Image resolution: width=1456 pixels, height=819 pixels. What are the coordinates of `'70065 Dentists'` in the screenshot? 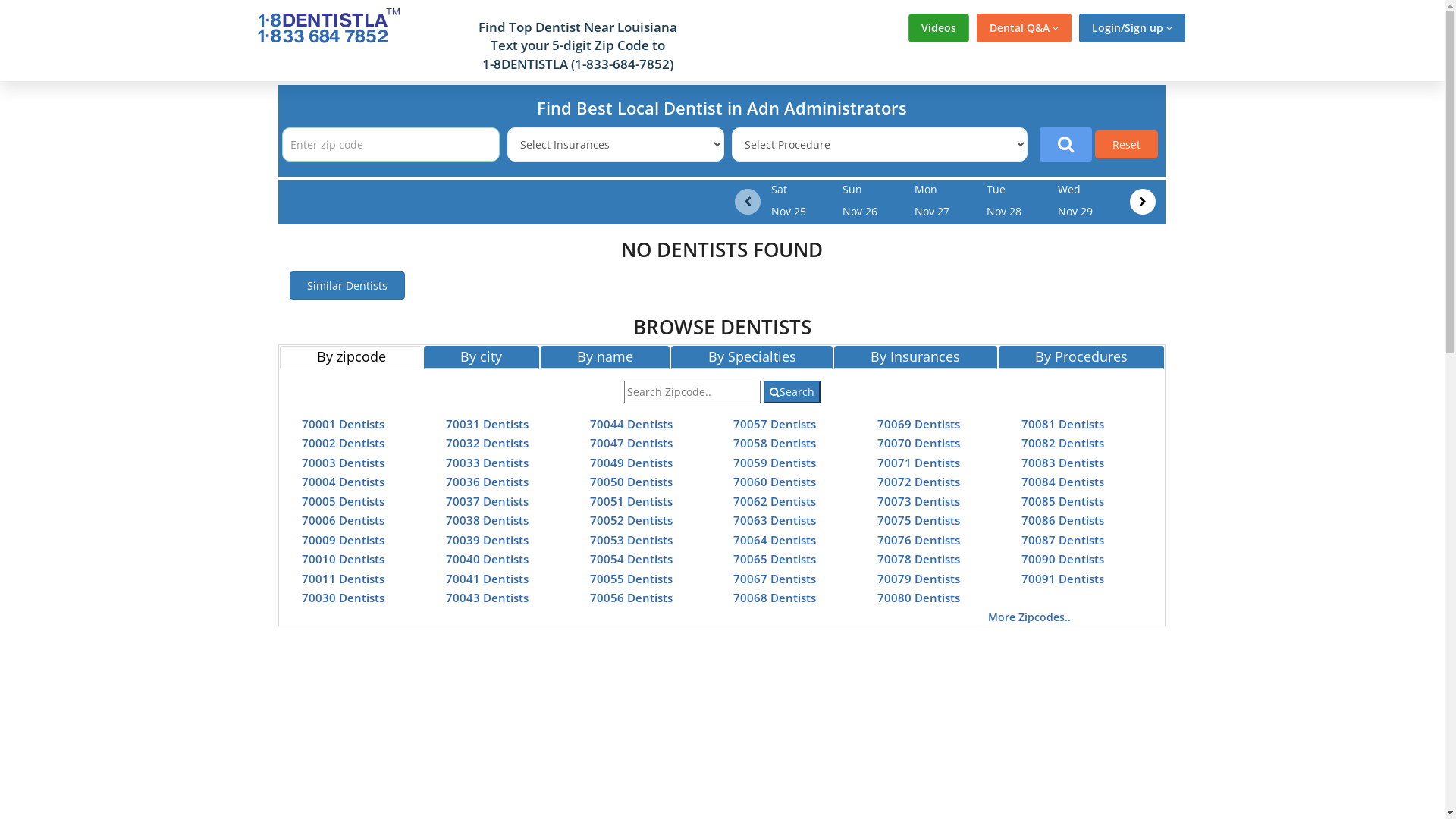 It's located at (774, 558).